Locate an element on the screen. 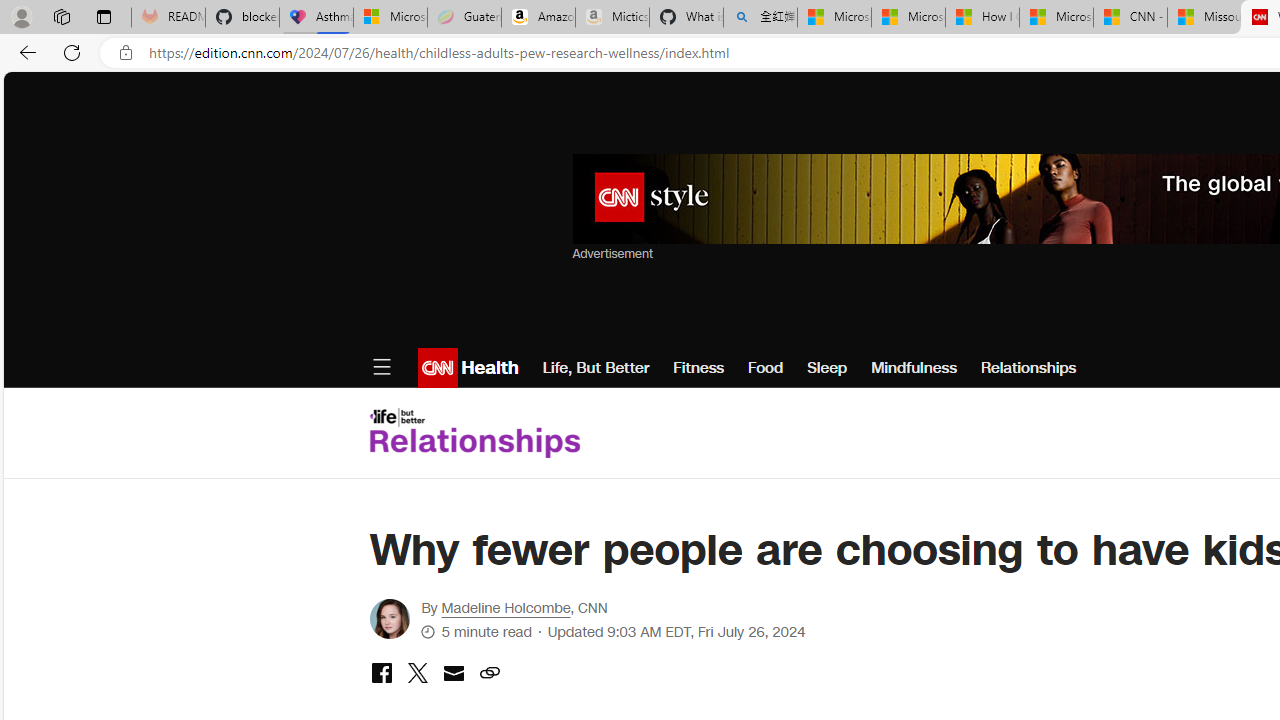  'copy link to clipboard' is located at coordinates (489, 674).